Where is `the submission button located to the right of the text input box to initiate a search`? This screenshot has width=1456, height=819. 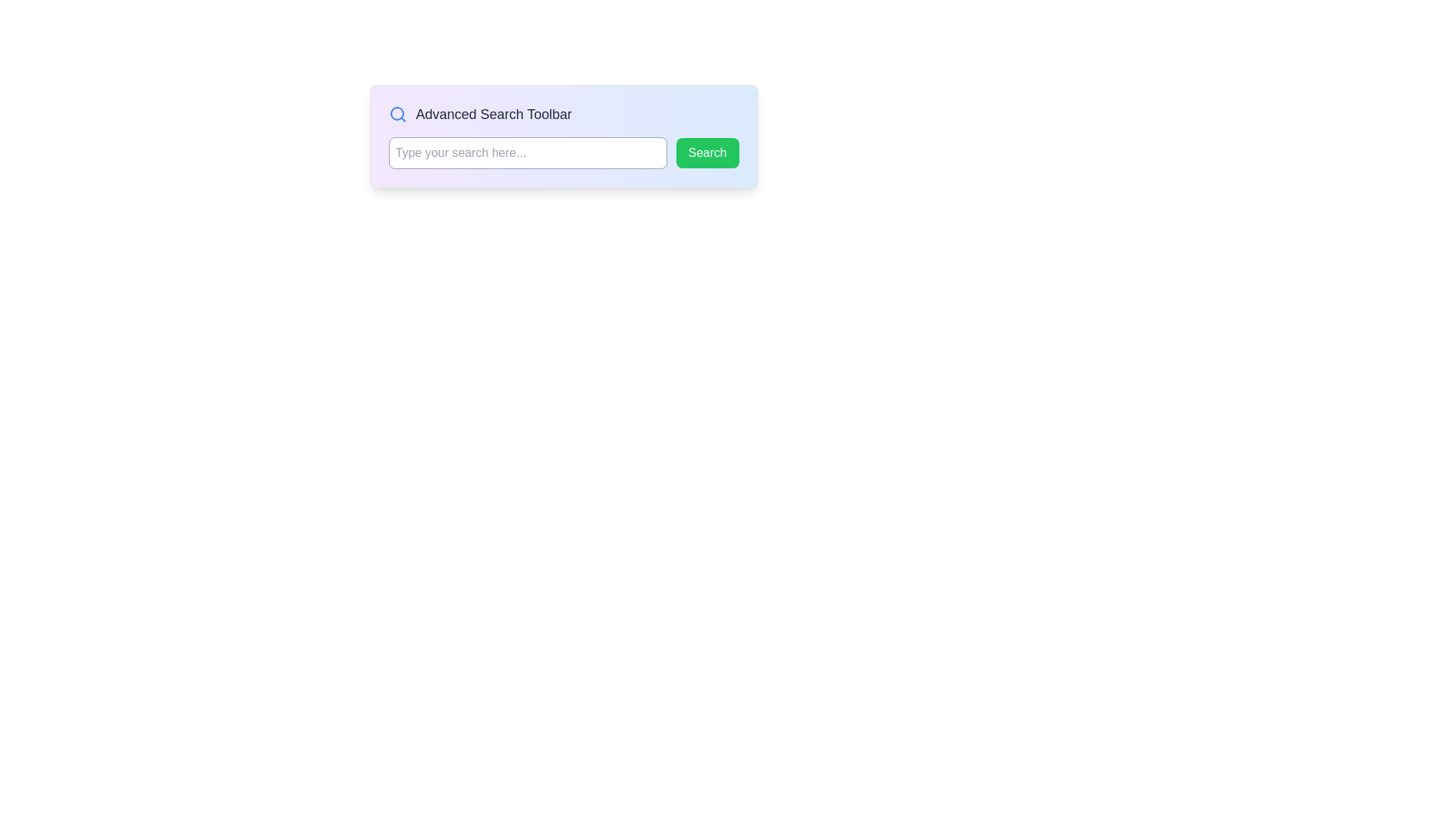 the submission button located to the right of the text input box to initiate a search is located at coordinates (707, 152).